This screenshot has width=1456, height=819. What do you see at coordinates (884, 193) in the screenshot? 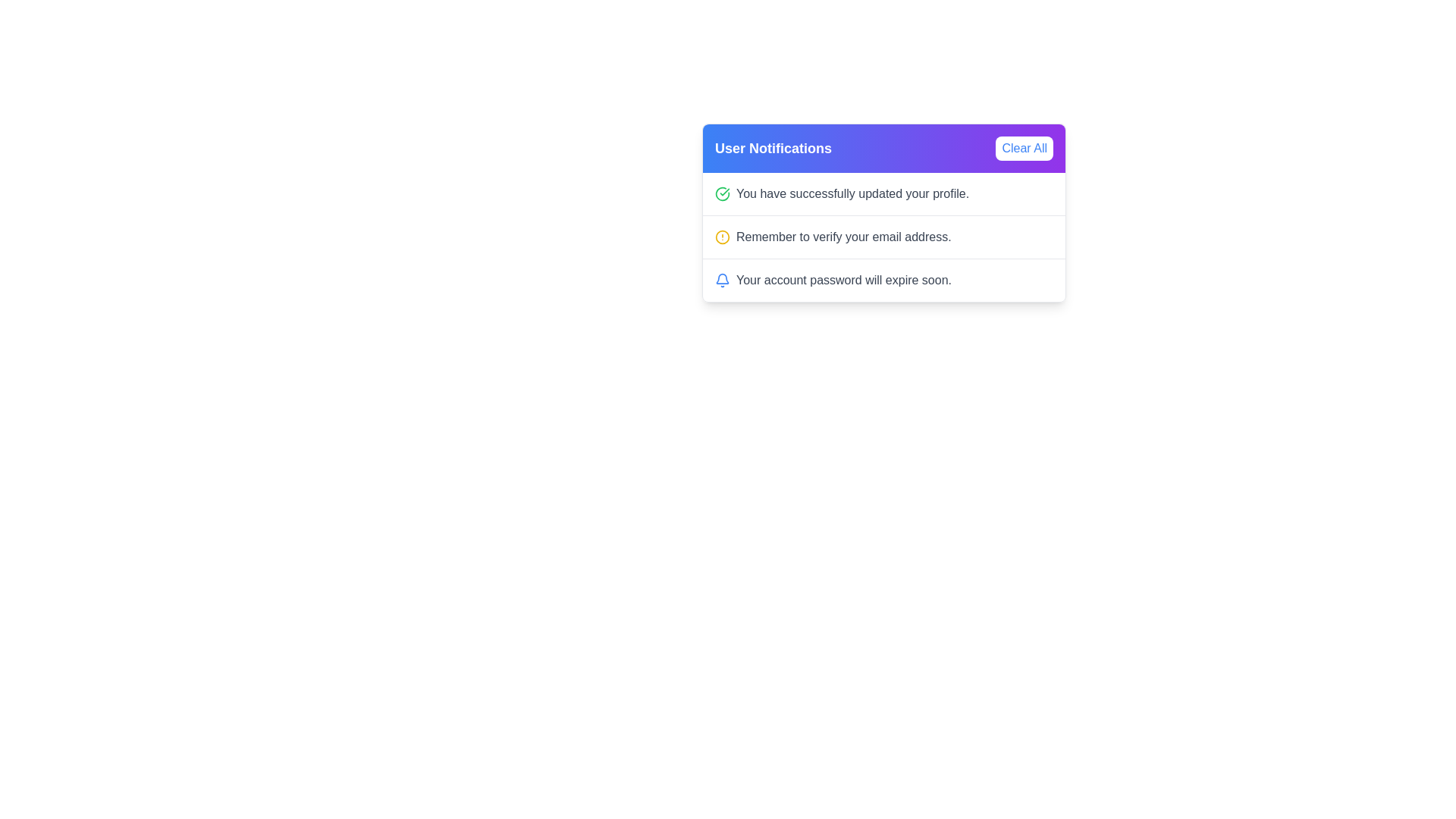
I see `the Notification panel that contains a green checkmark icon and the text 'You have successfully updated your profile.'` at bounding box center [884, 193].